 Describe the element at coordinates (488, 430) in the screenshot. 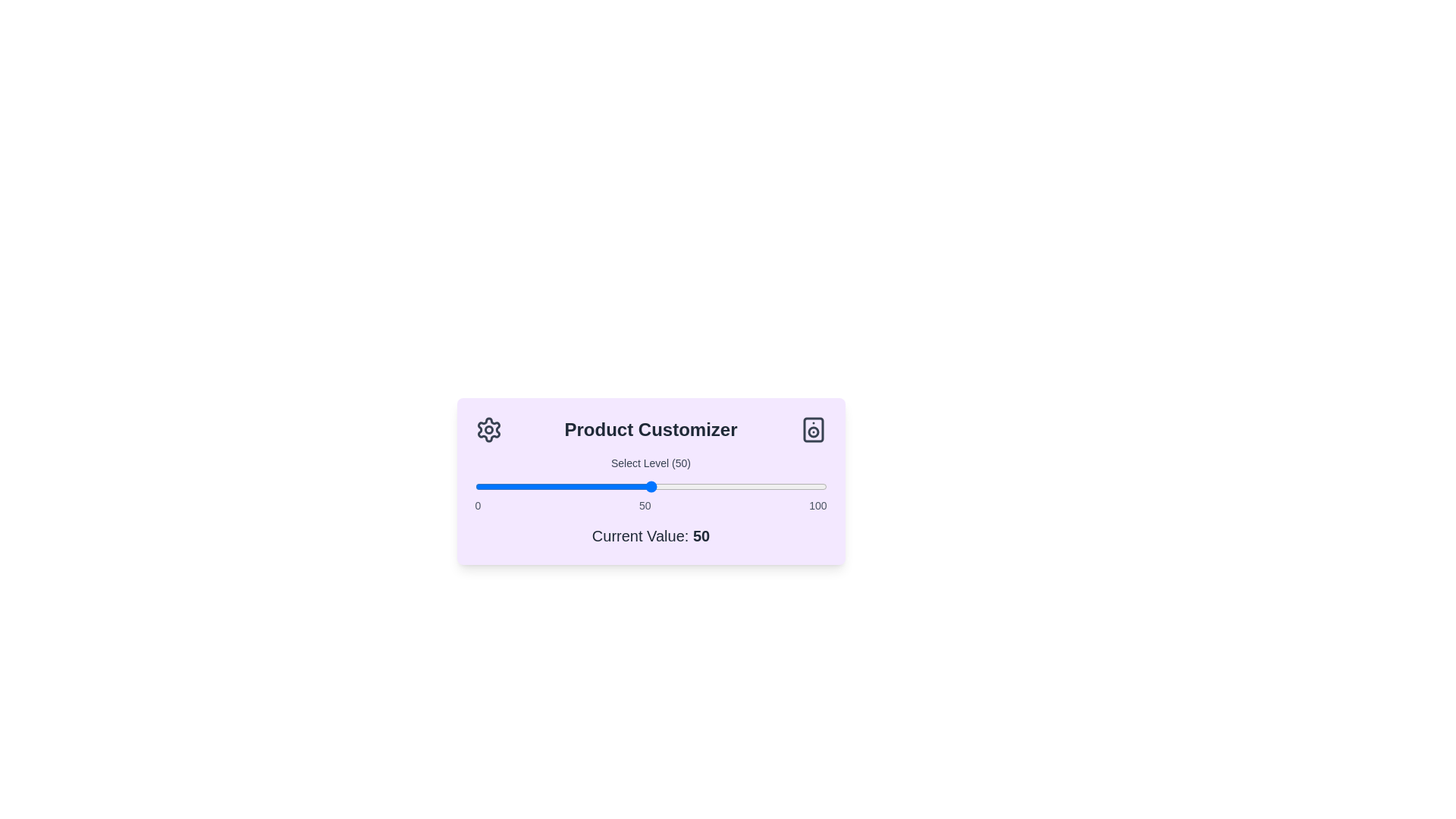

I see `the settings icon` at that location.